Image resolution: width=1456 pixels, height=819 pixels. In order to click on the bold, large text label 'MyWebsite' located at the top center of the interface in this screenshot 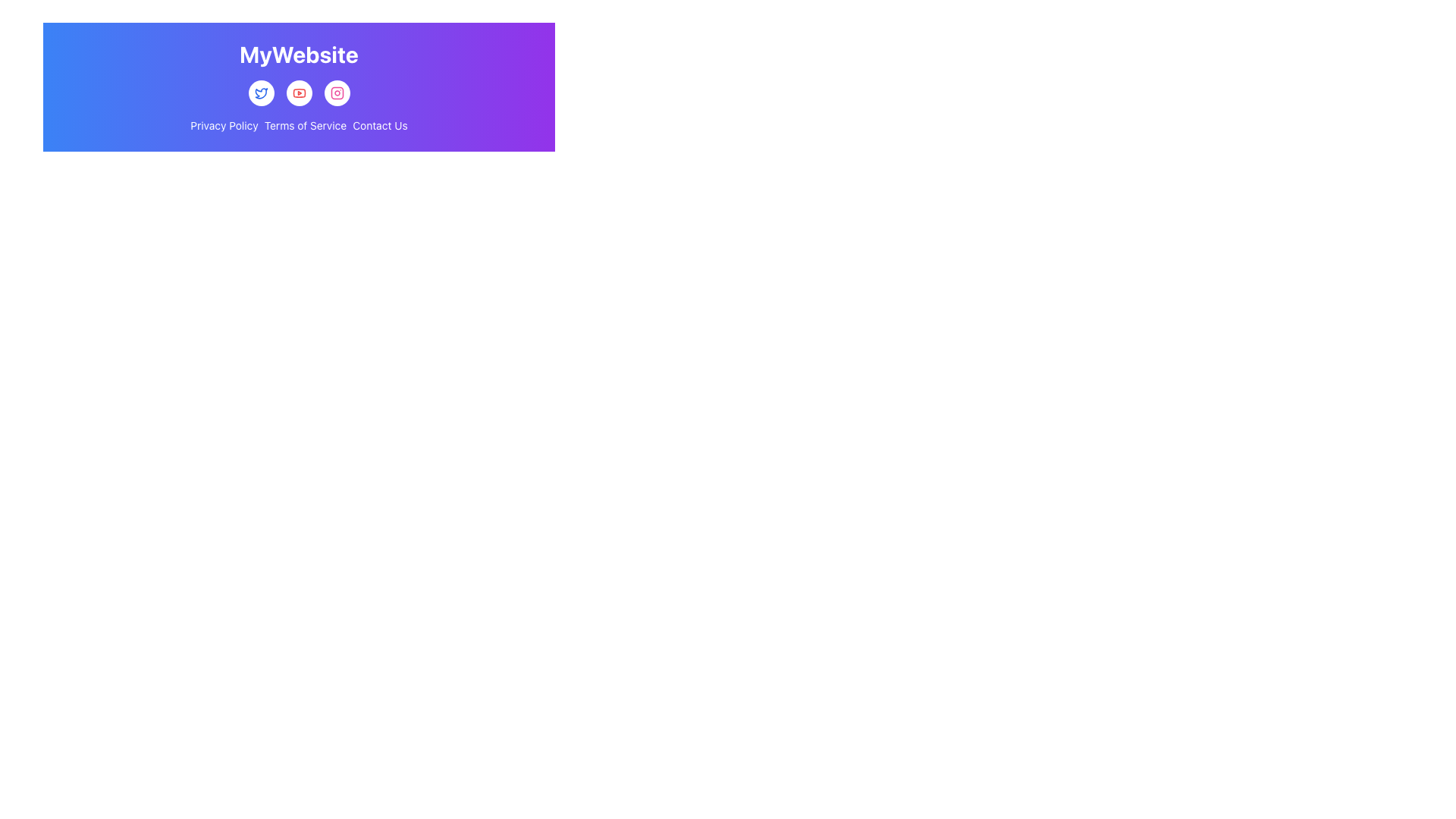, I will do `click(299, 53)`.